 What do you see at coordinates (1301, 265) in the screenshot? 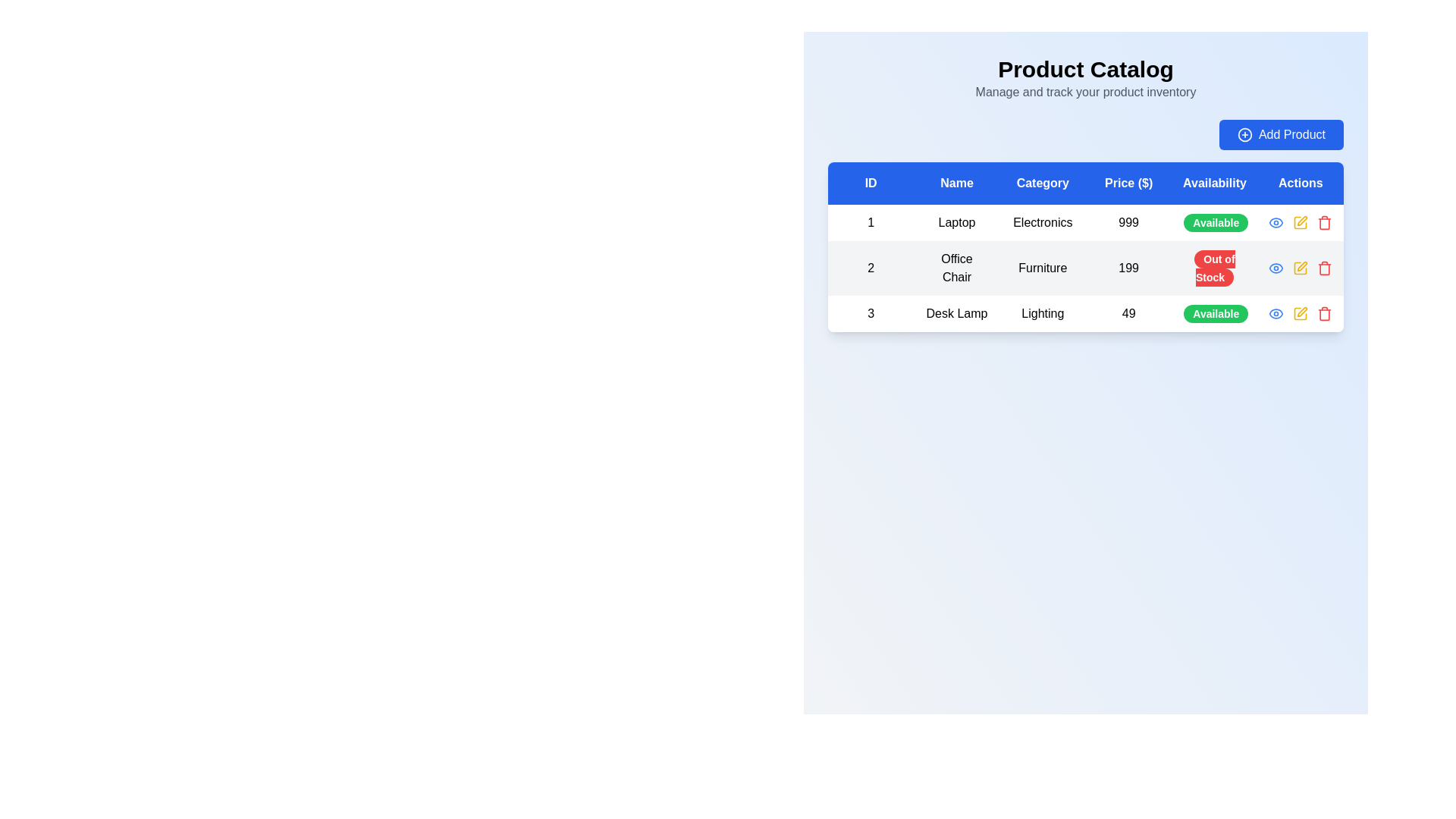
I see `the pen icon button in the 'Actions' column of the 'Office Chair' row` at bounding box center [1301, 265].